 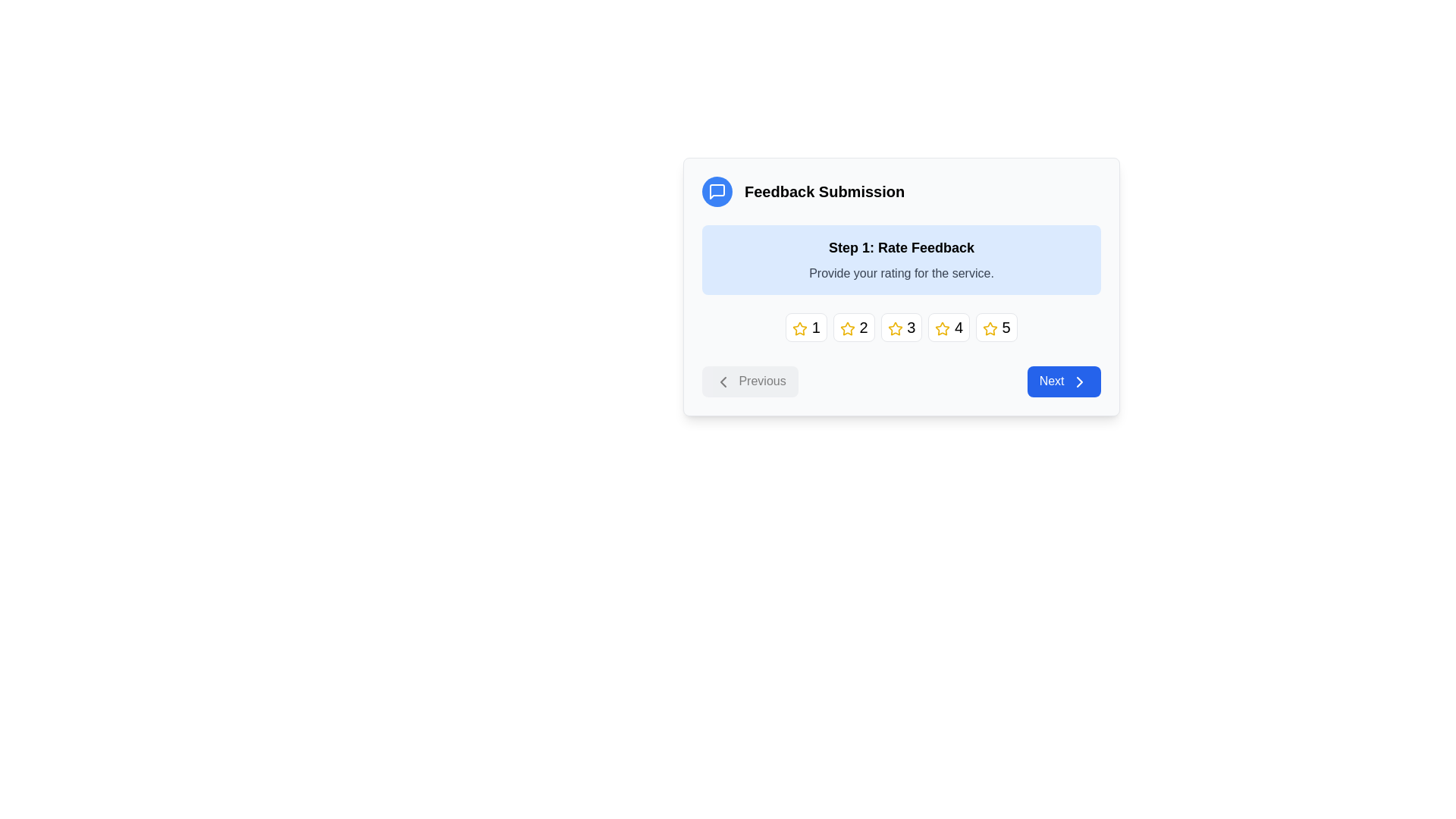 I want to click on the yellow star rating icon located under the 'Rate Feedback' step in the feedback submission section, as it is the first icon in the horizontal lineup of rating stars, so click(x=799, y=328).